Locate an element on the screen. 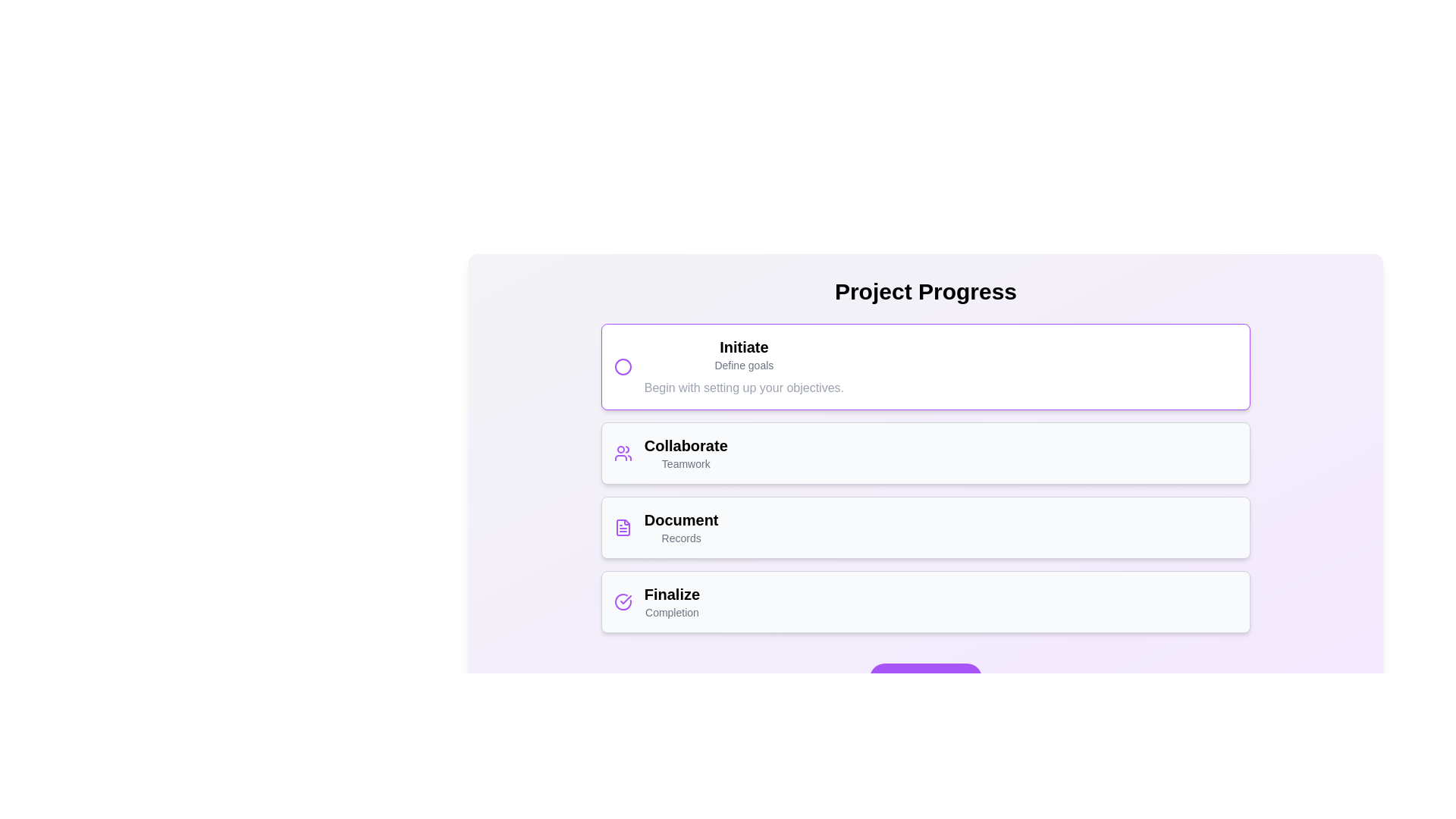 This screenshot has width=1456, height=819. the icon shaped like a group of people with a purple stroke, located in the 'Collaborate' section of the interface is located at coordinates (623, 452).